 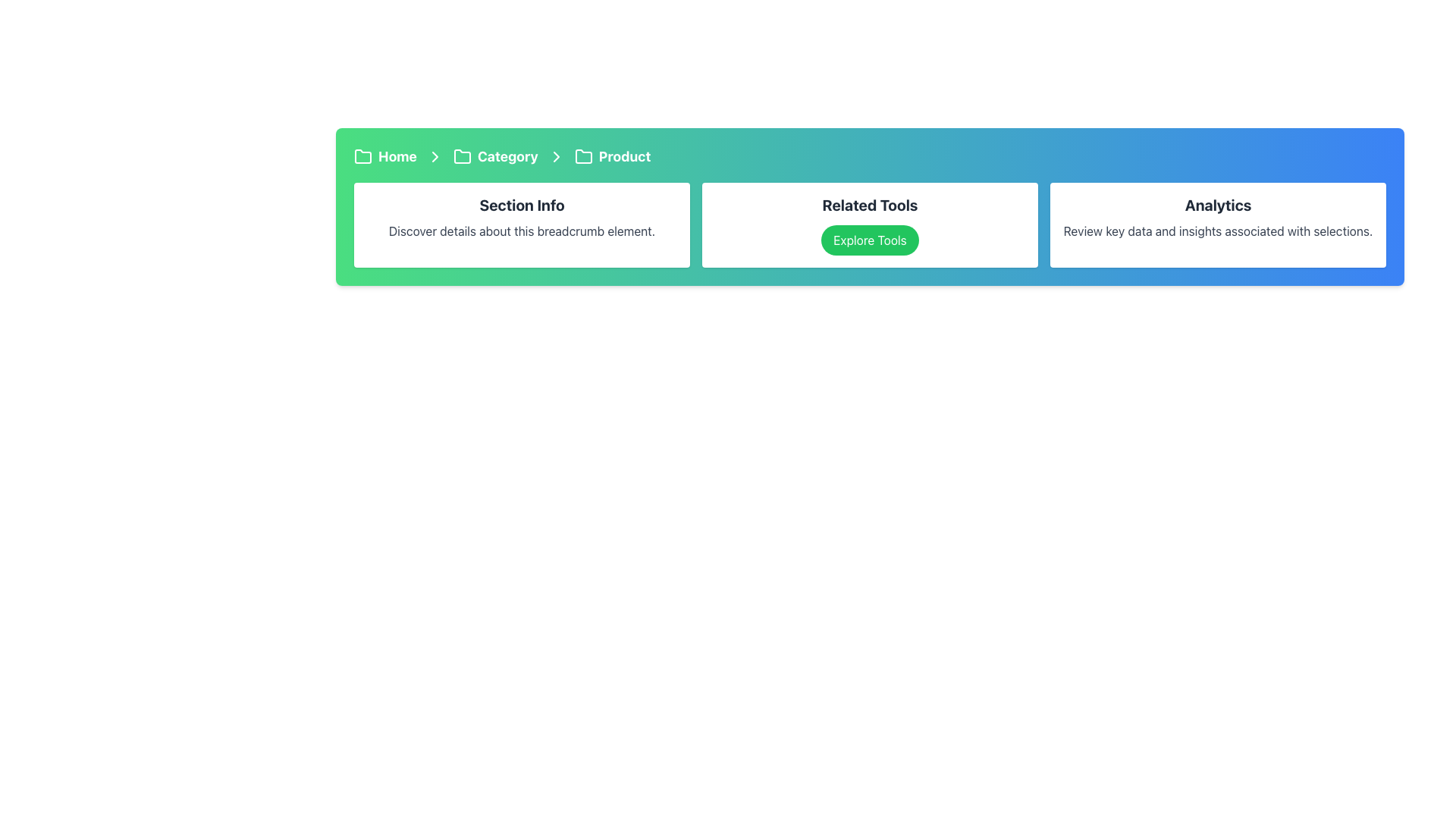 I want to click on the breadcrumb navigation link that guides the user to the 'Product' page, located at the top section of the interface, the last item in the breadcrumb sequence following 'Home > Category', so click(x=613, y=157).